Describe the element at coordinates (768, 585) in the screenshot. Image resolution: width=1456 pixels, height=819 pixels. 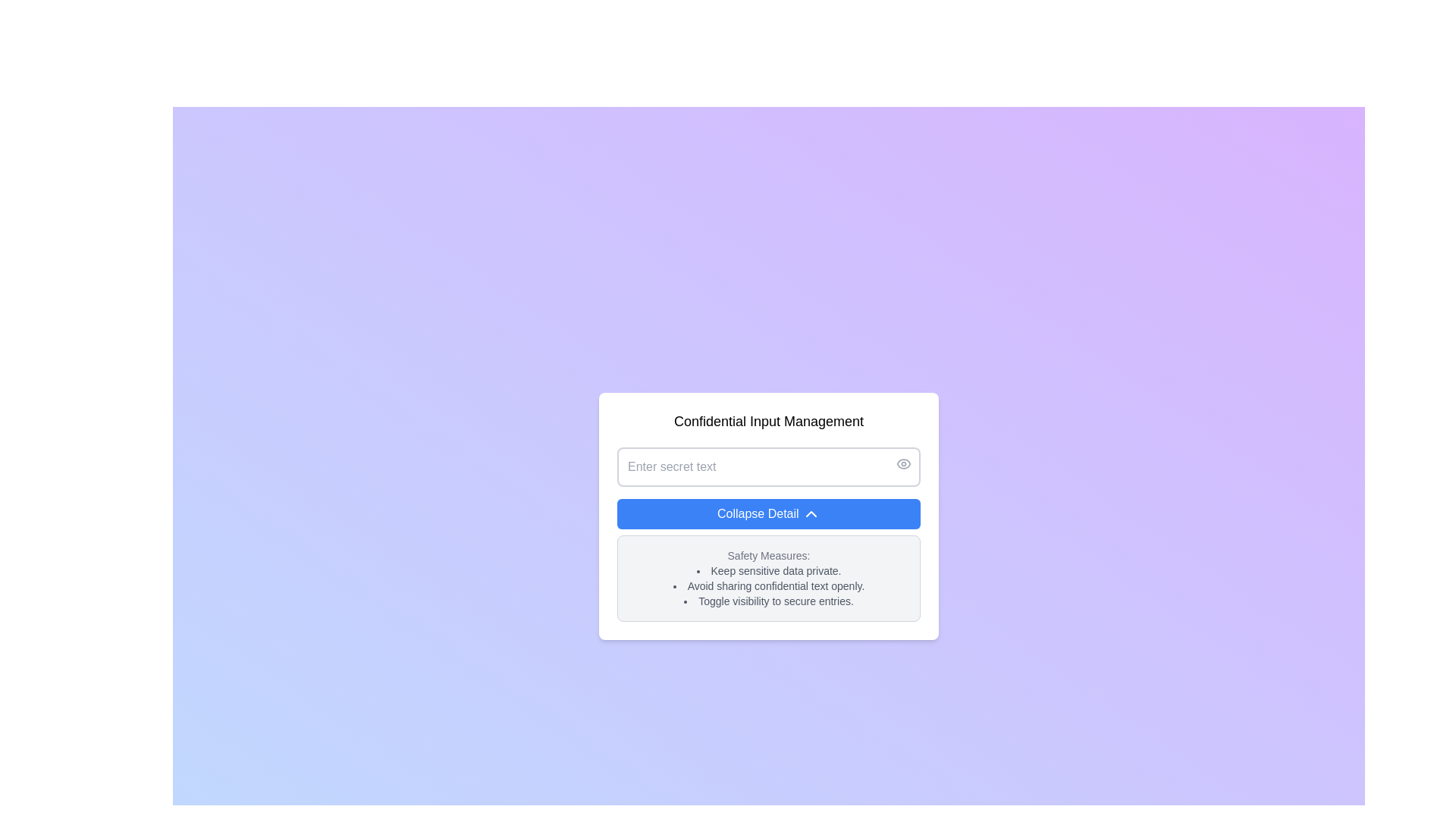
I see `the text label displaying 'Avoid sharing confidential text openly.' which is the second item in a bullet-point list on the white card section` at that location.